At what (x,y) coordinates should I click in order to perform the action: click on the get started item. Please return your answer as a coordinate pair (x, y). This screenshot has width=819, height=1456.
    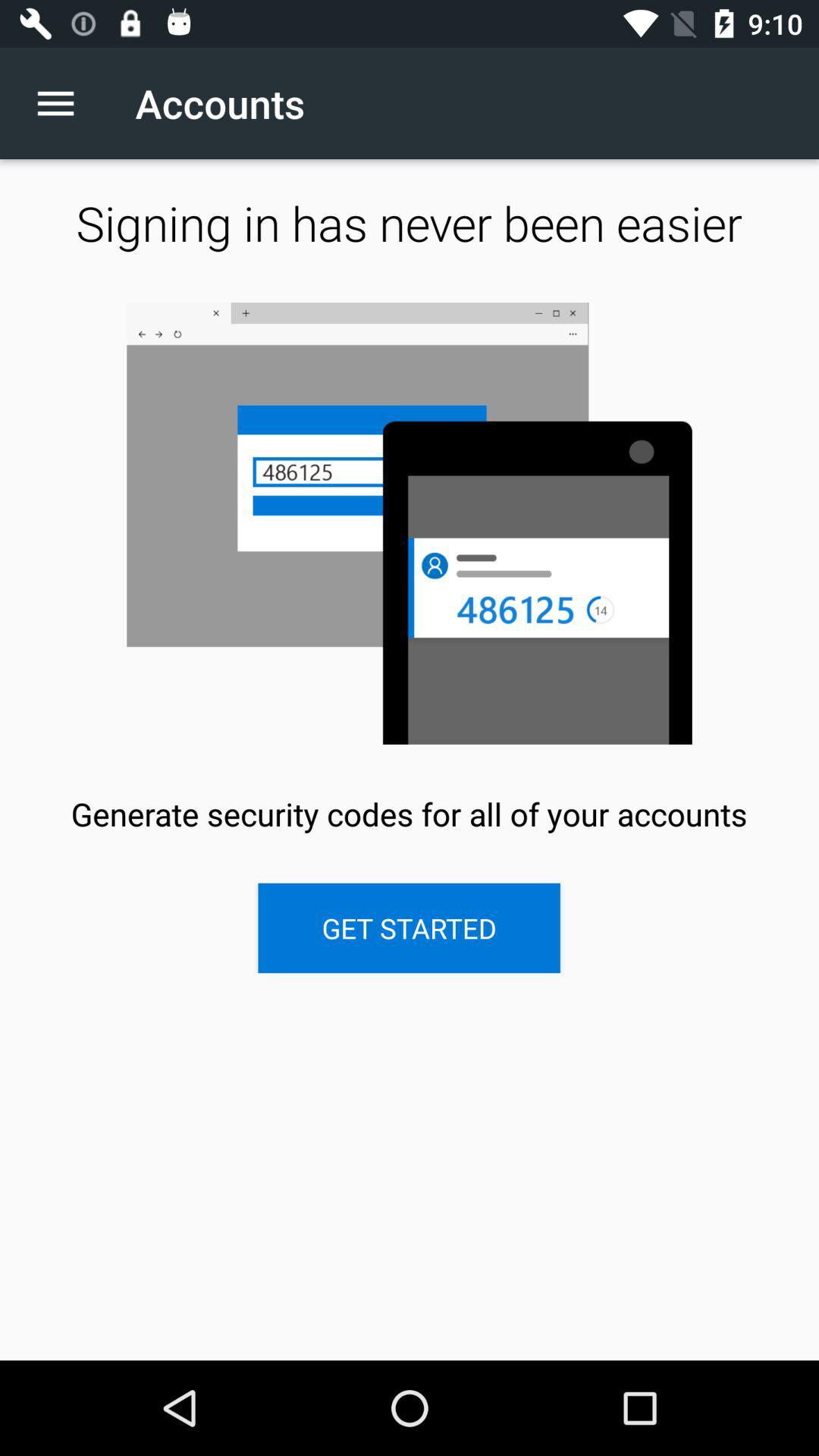
    Looking at the image, I should click on (408, 927).